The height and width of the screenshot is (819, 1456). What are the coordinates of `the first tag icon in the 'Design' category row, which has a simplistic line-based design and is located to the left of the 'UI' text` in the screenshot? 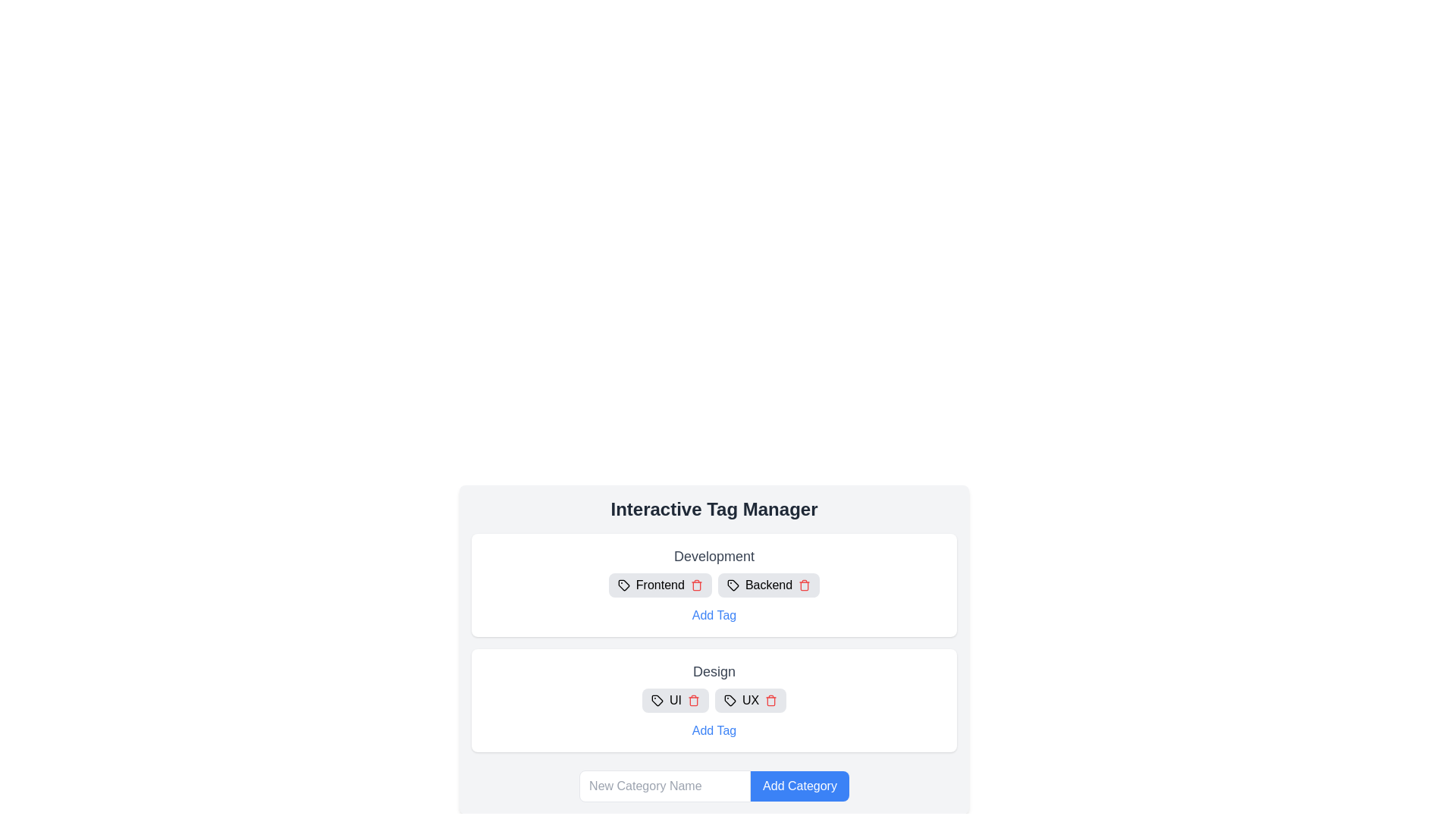 It's located at (657, 701).